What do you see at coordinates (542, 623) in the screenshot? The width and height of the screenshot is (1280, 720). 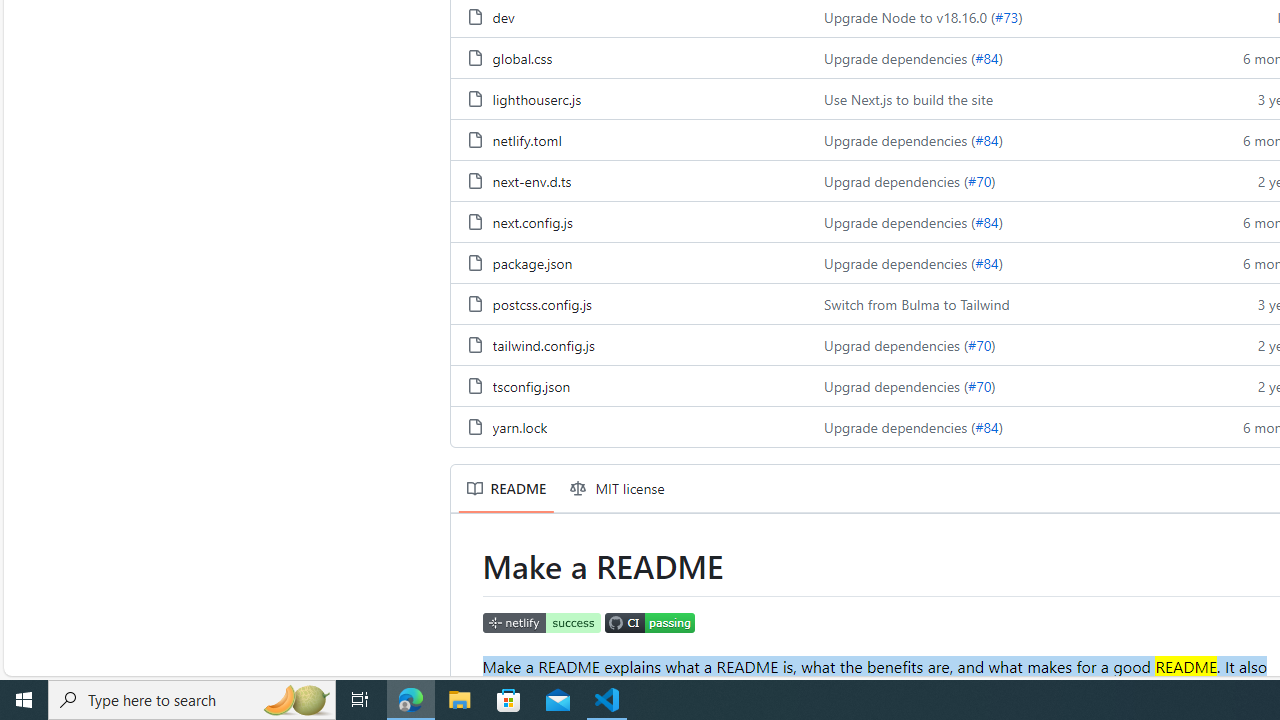 I see `'Netlify Status'` at bounding box center [542, 623].